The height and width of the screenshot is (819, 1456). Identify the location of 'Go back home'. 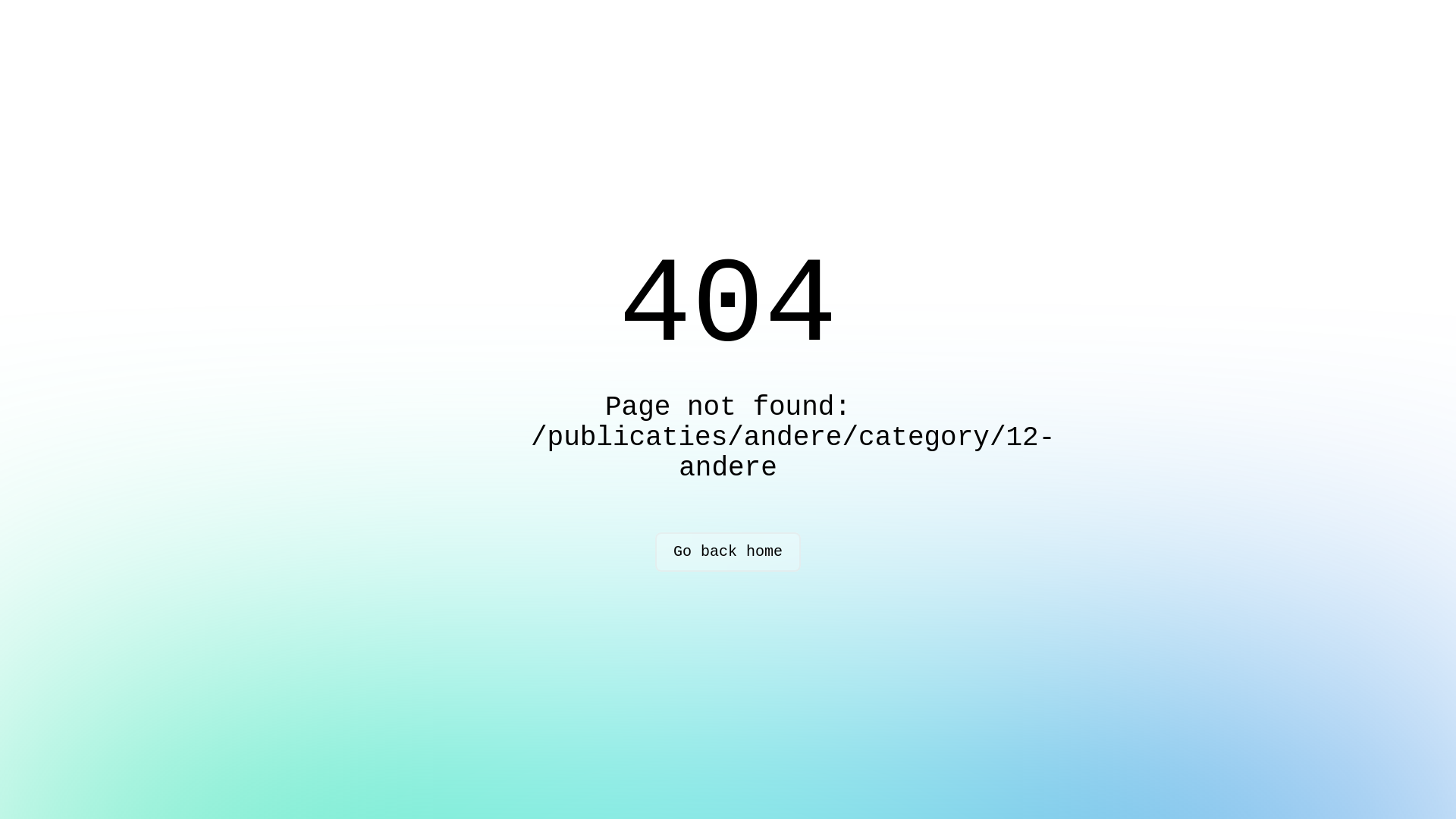
(728, 552).